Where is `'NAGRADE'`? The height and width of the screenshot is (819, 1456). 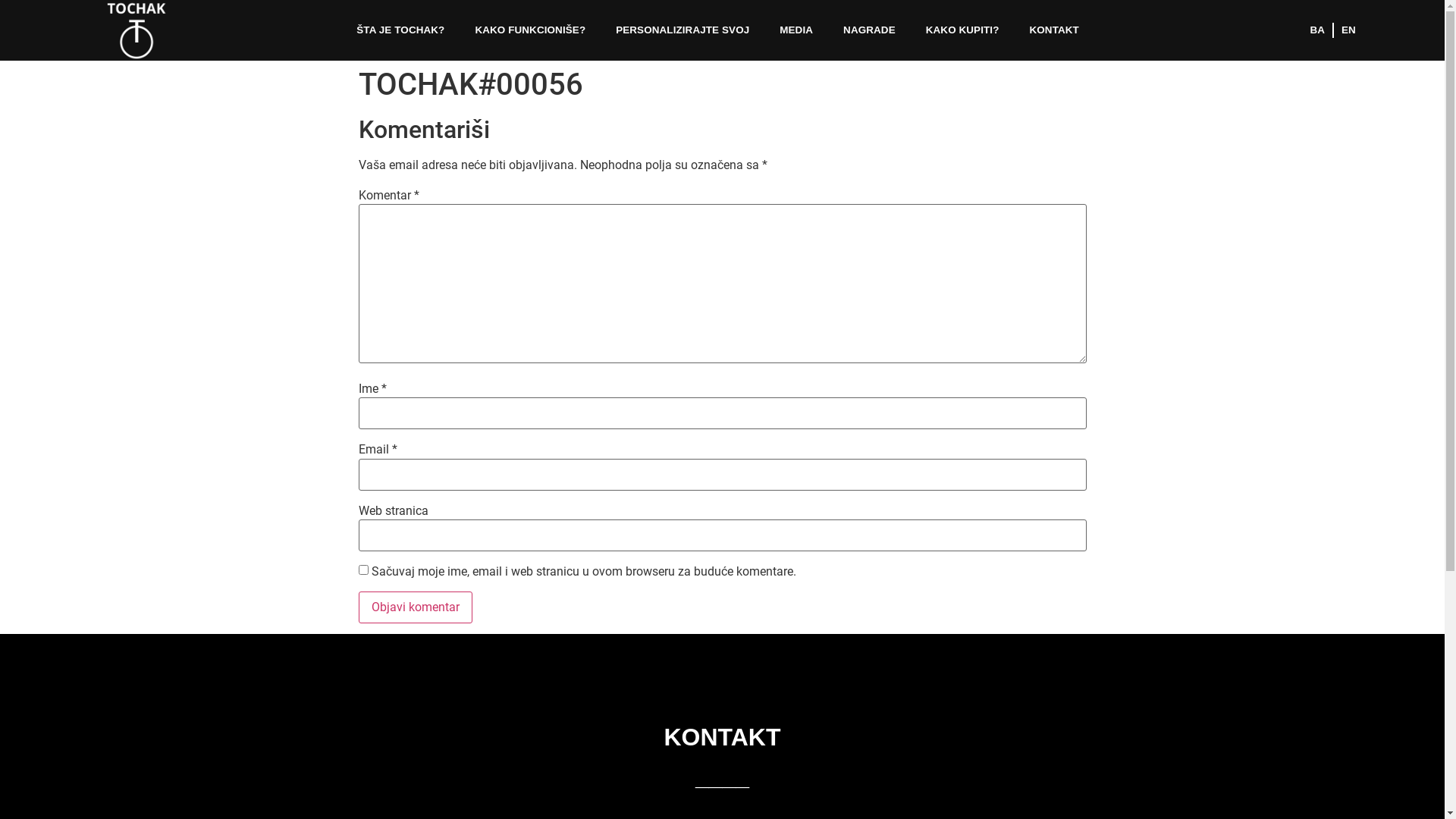
'NAGRADE' is located at coordinates (827, 30).